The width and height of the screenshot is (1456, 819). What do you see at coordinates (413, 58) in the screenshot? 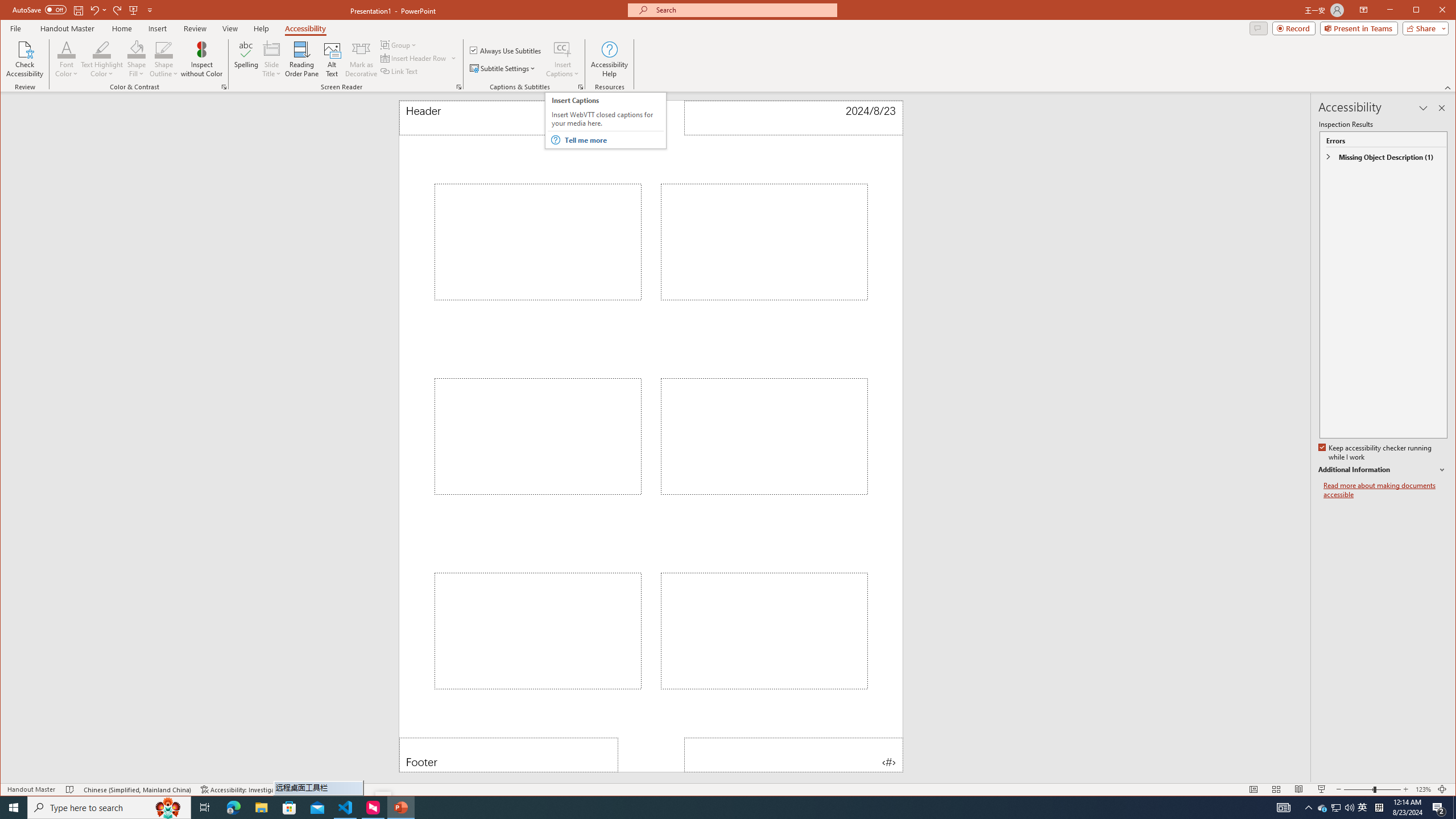
I see `'Insert Header Row'` at bounding box center [413, 58].